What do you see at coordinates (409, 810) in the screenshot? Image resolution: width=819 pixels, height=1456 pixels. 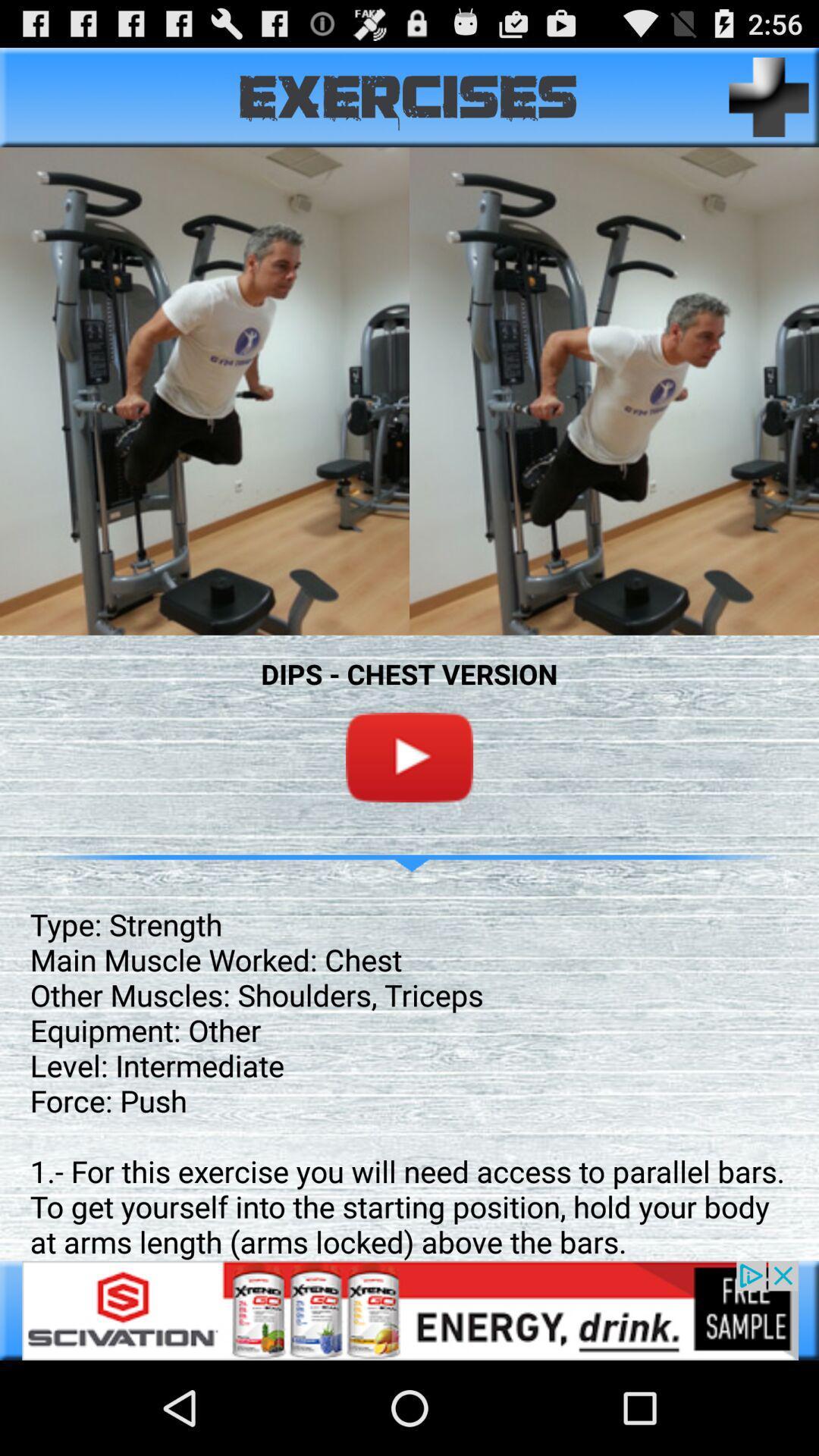 I see `the play icon` at bounding box center [409, 810].